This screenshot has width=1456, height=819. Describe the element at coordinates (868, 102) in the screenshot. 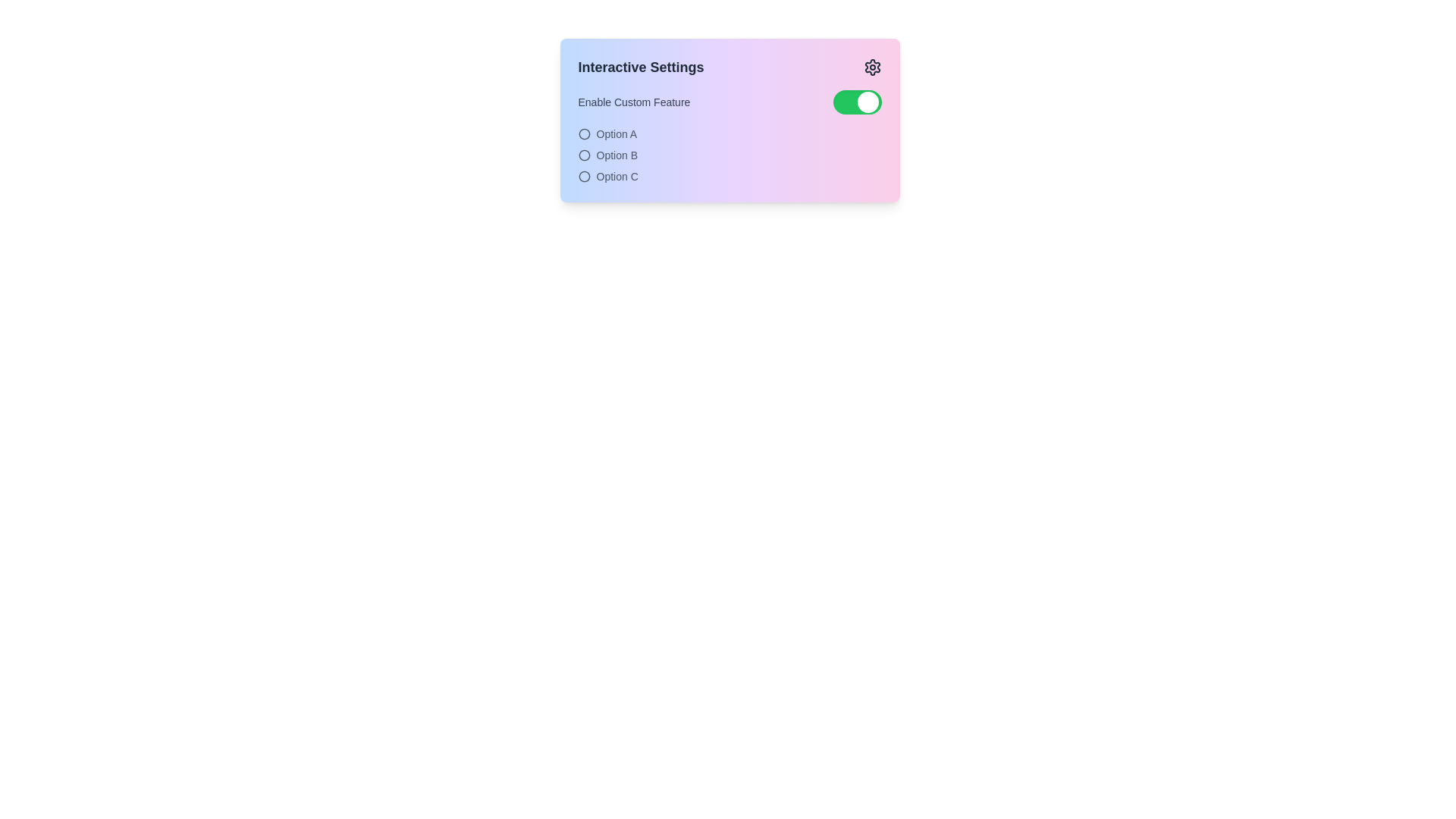

I see `the circular white toggle handle on the right side of the green toggle switch` at that location.